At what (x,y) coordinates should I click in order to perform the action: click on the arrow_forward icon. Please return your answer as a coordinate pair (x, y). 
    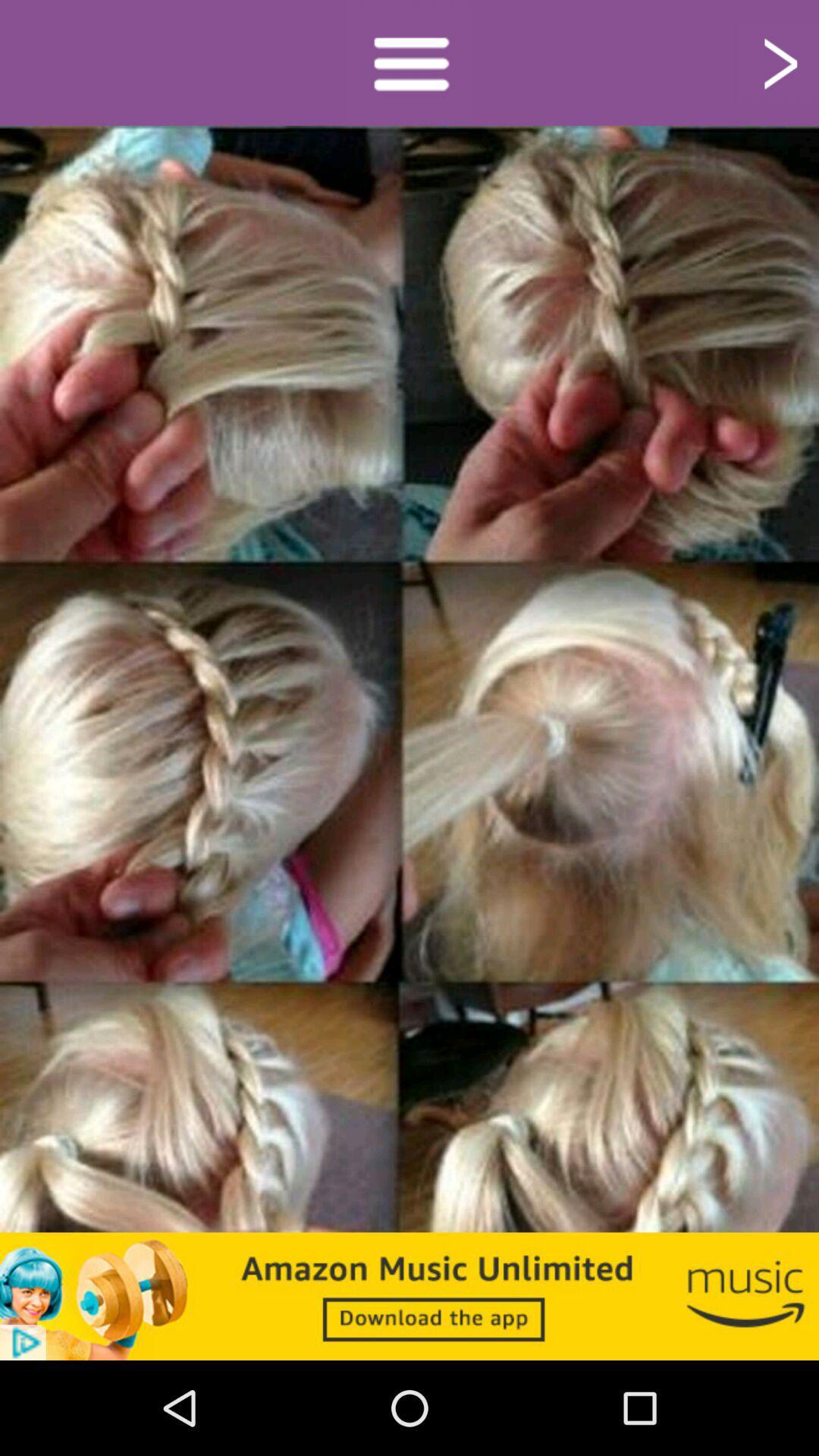
    Looking at the image, I should click on (778, 66).